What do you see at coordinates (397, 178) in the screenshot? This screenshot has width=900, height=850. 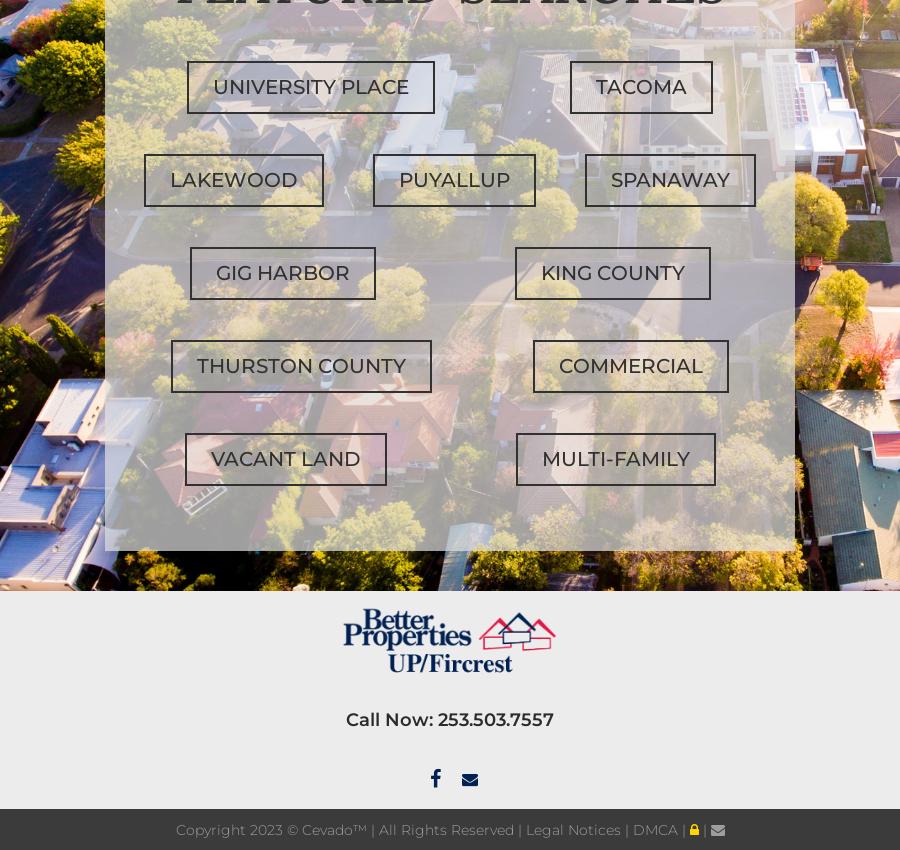 I see `'Puyallup'` at bounding box center [397, 178].